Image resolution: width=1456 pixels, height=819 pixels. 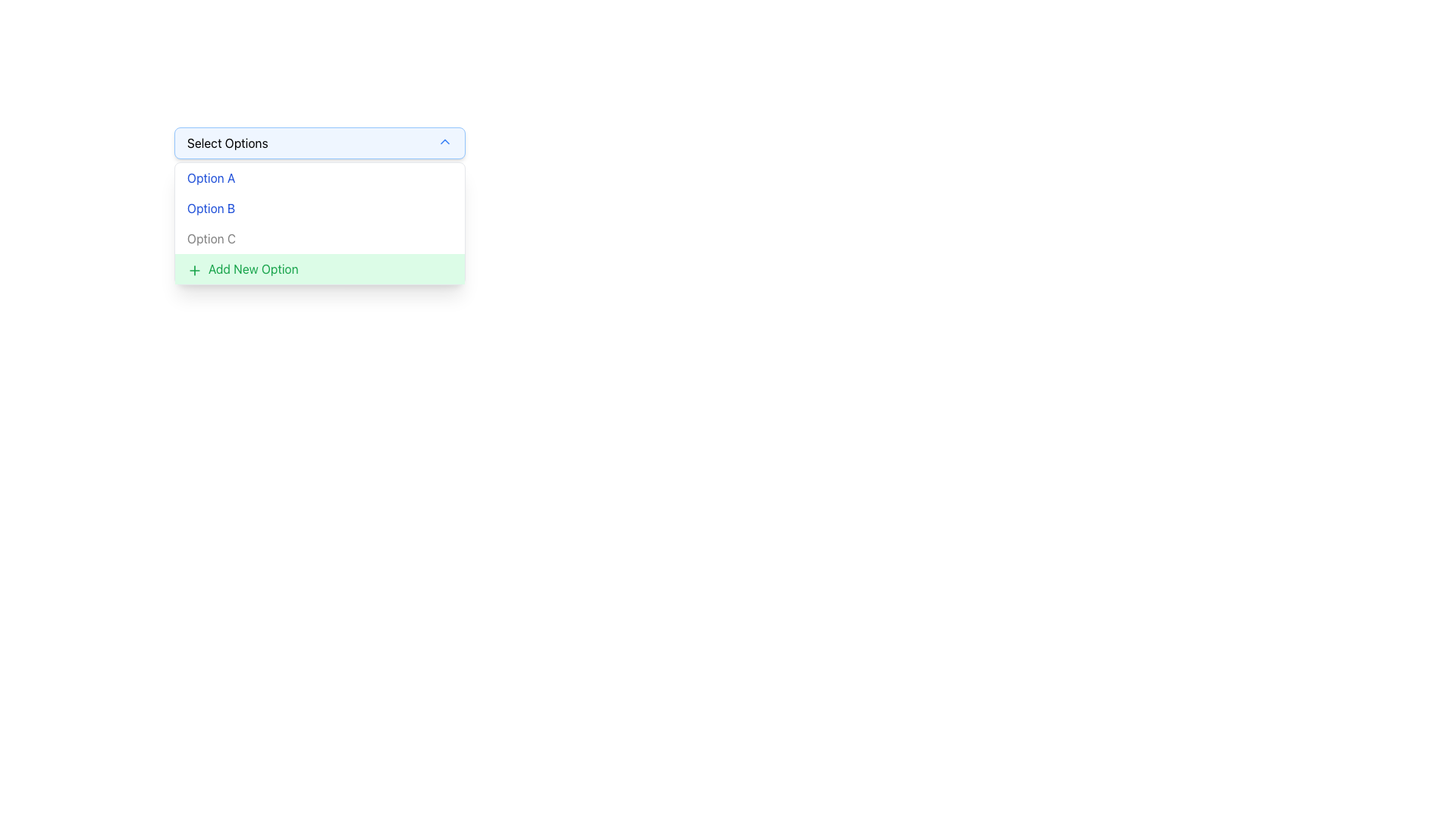 What do you see at coordinates (444, 141) in the screenshot?
I see `the chevron icon located at the upper-right corner of the 'Select Options' dropdown menu` at bounding box center [444, 141].